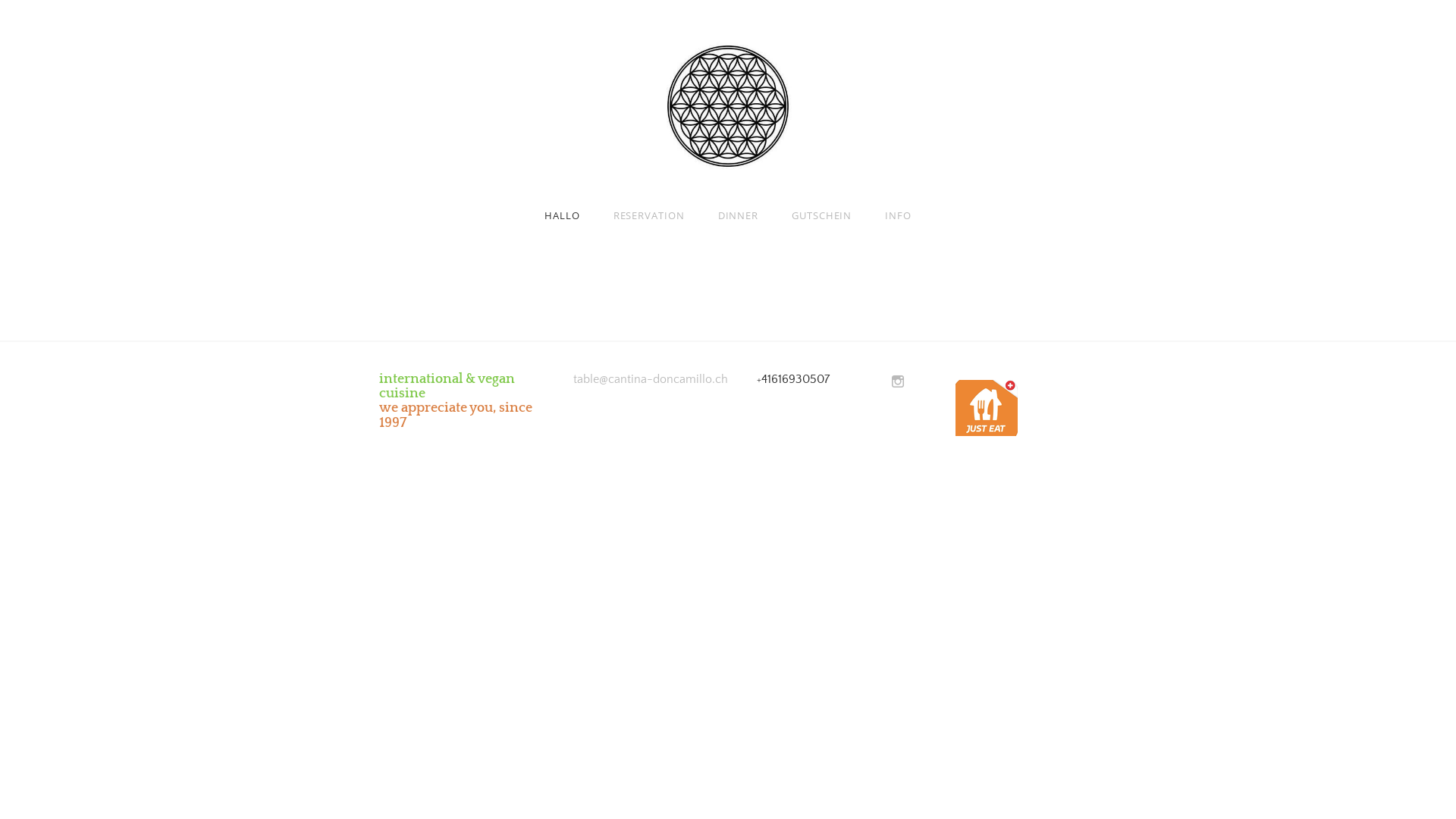 The image size is (1456, 819). I want to click on 'GUTSCHEIN', so click(821, 215).